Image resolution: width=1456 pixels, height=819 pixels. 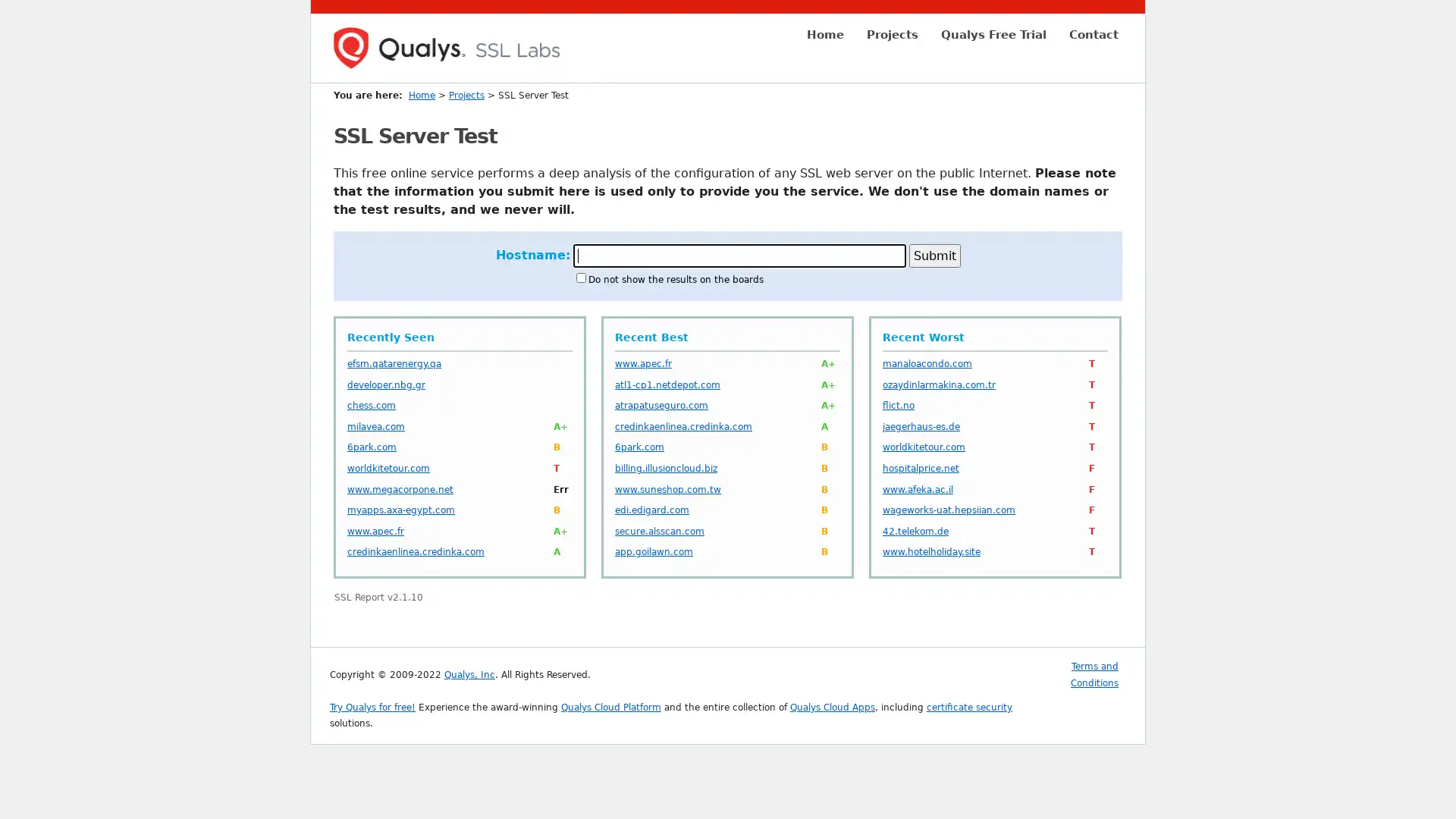 I want to click on Submit, so click(x=934, y=254).